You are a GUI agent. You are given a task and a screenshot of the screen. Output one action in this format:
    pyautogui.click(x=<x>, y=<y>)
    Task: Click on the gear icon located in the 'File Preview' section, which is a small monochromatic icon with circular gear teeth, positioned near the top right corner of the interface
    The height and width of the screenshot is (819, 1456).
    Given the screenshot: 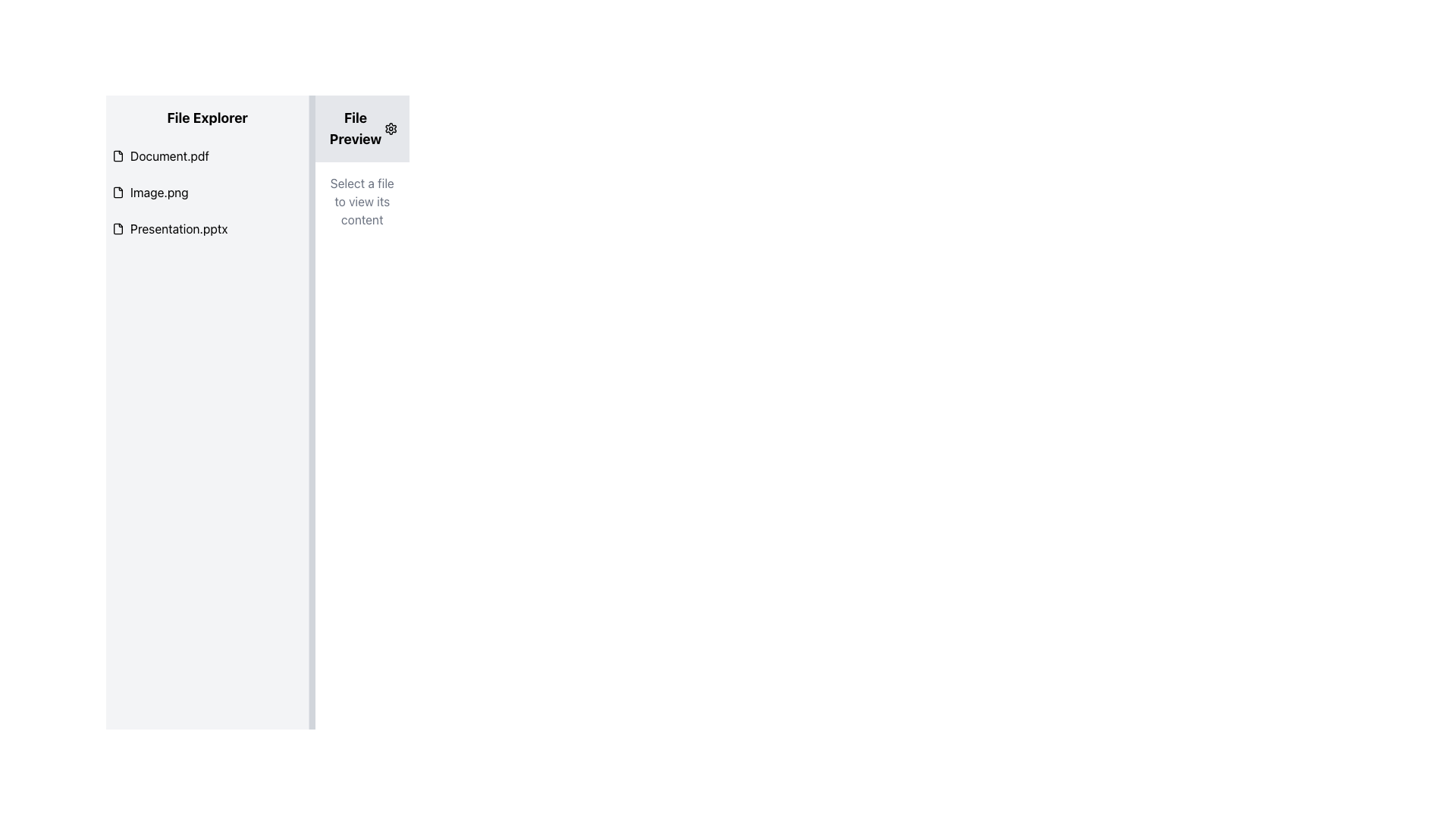 What is the action you would take?
    pyautogui.click(x=391, y=127)
    